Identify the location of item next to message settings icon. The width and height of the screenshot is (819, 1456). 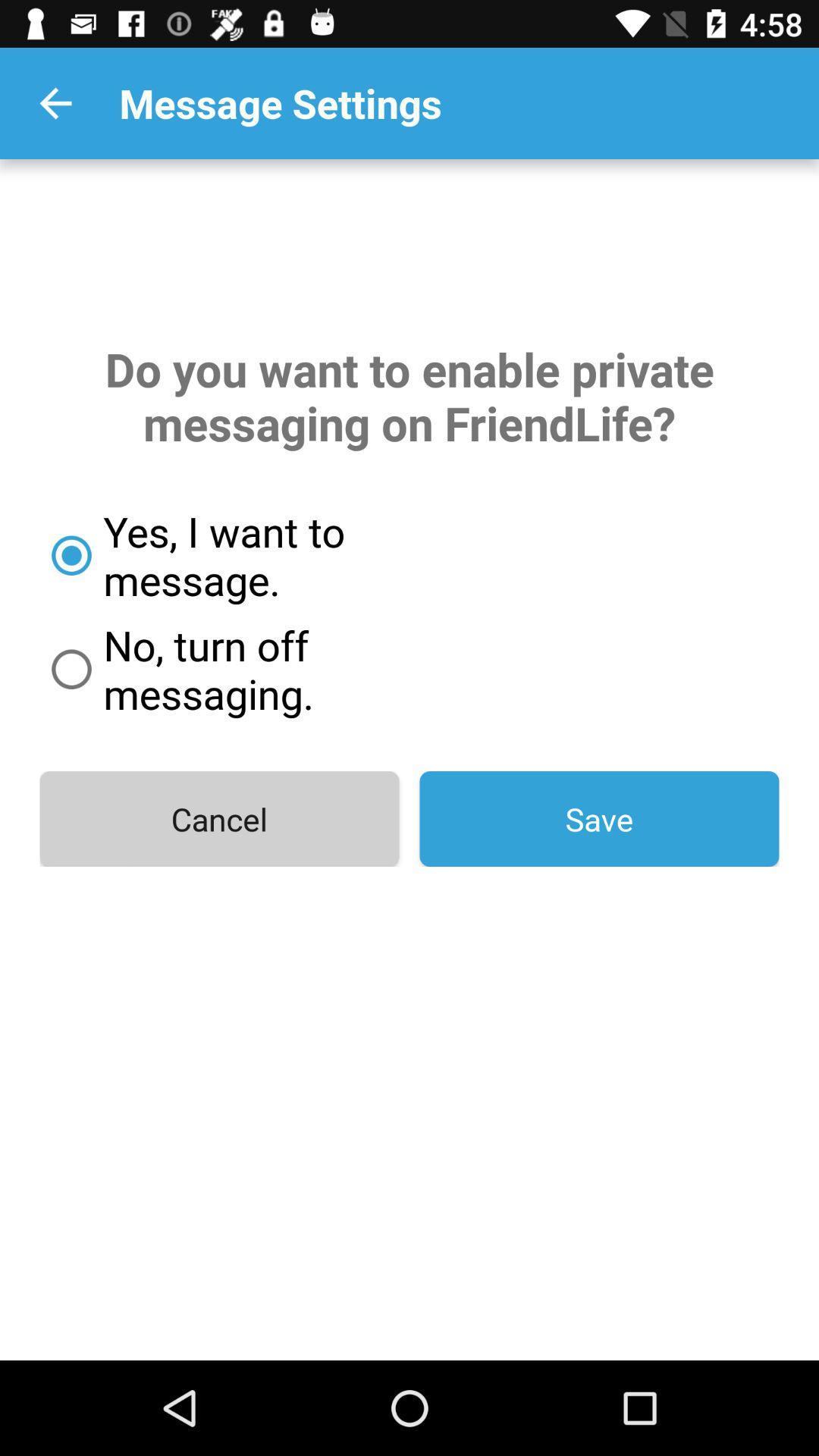
(55, 102).